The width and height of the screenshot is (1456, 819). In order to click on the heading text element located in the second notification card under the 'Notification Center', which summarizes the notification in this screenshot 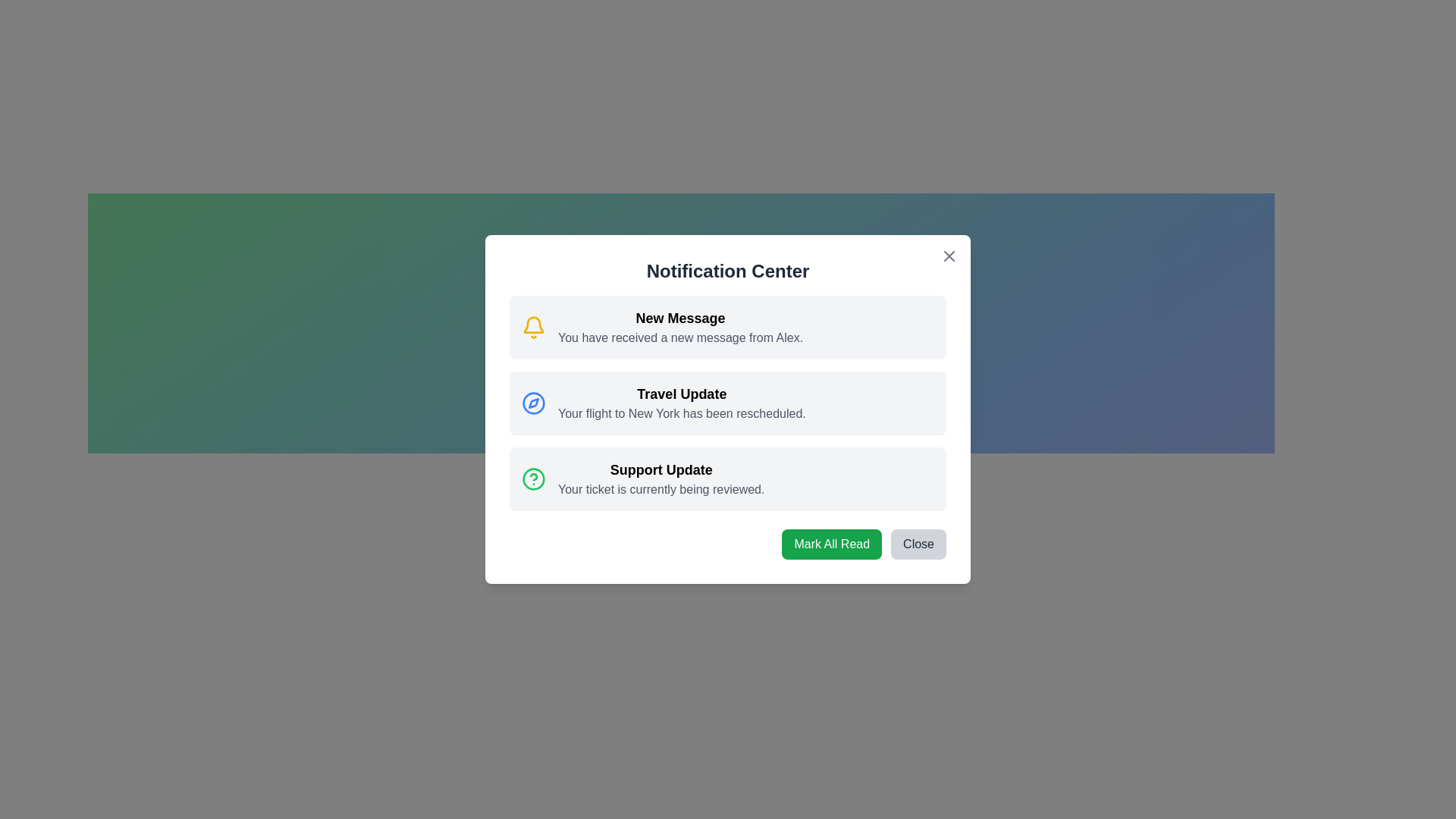, I will do `click(681, 394)`.